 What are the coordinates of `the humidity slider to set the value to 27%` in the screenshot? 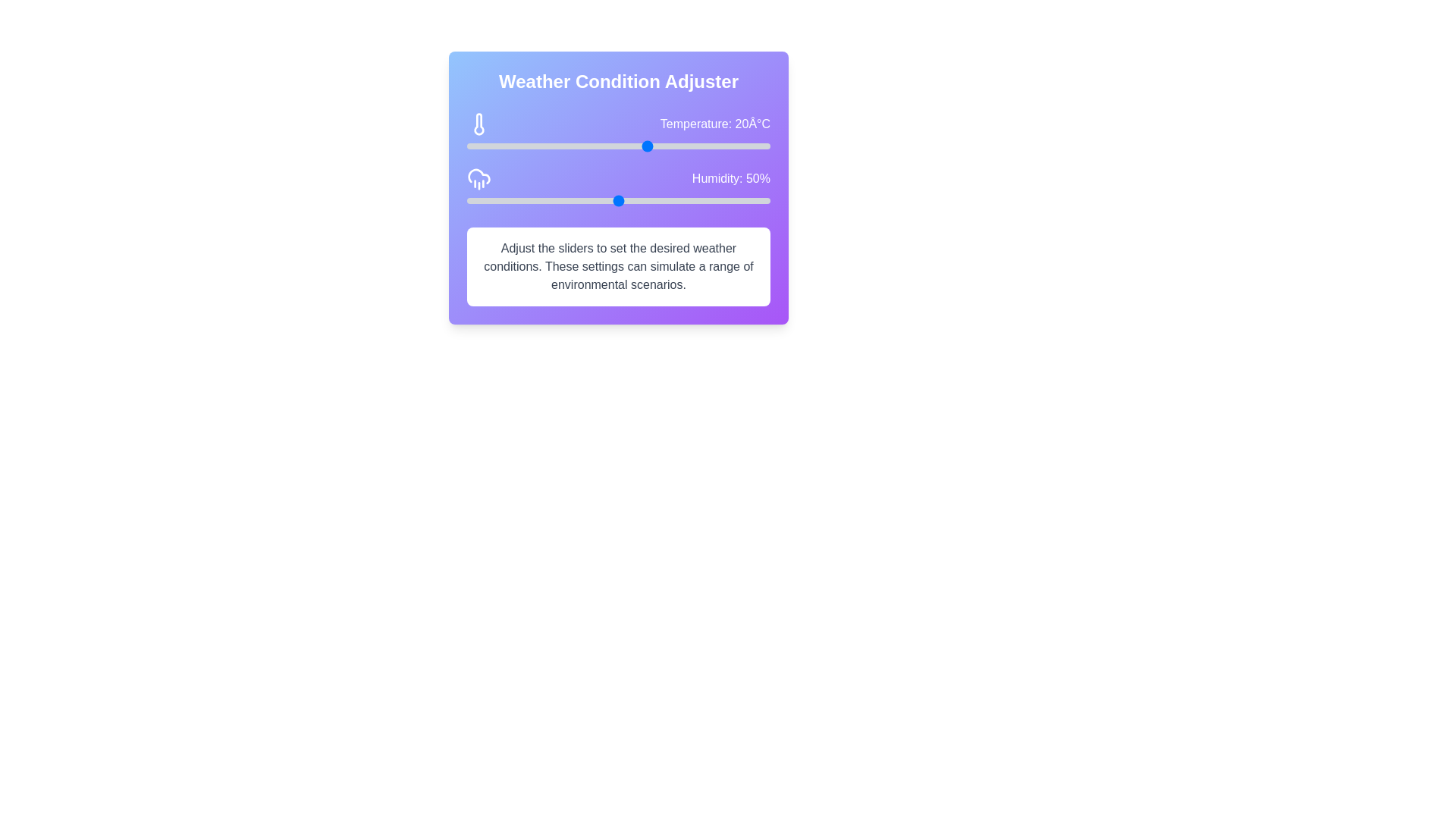 It's located at (548, 200).